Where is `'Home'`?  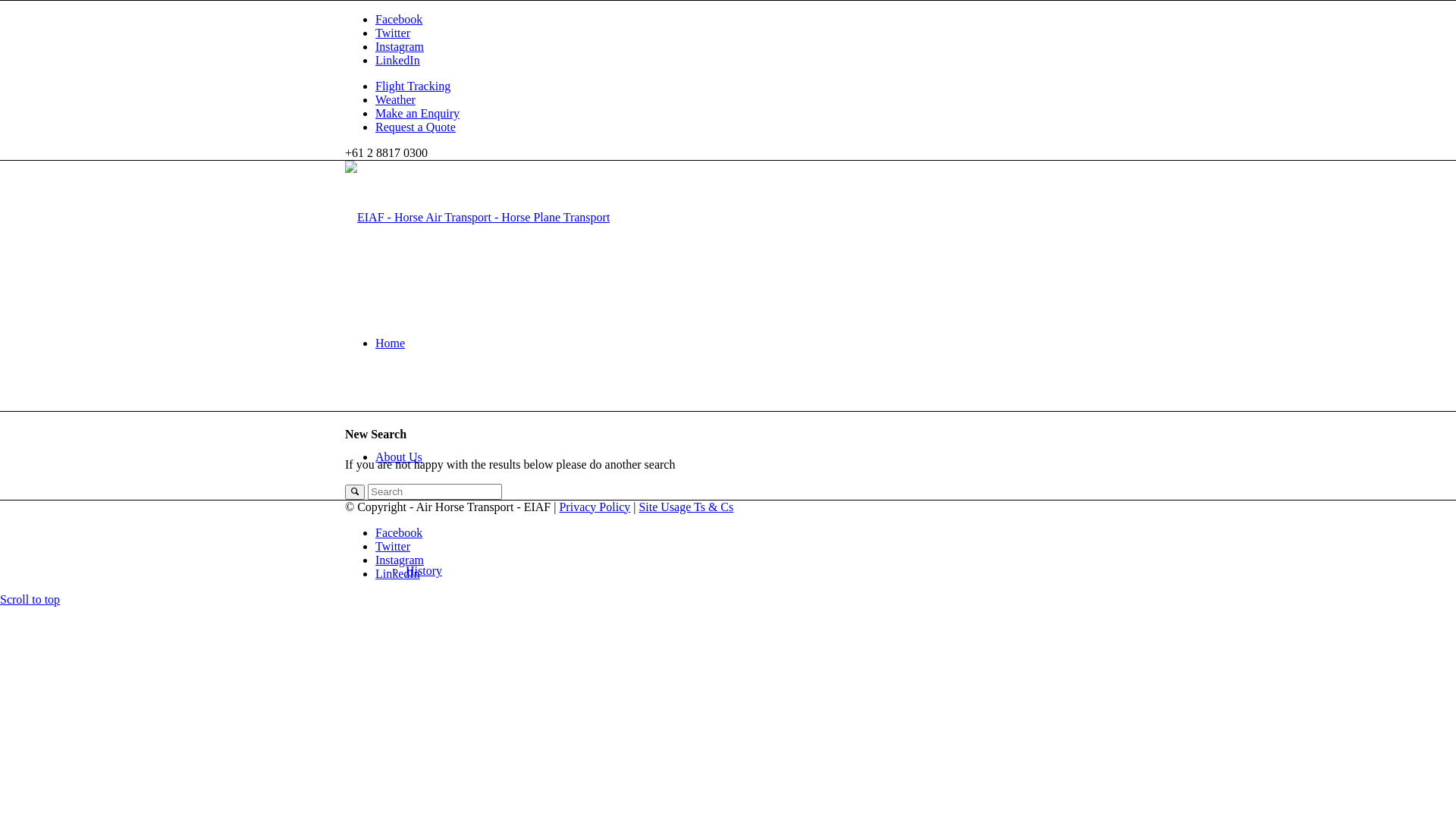
'Home' is located at coordinates (390, 343).